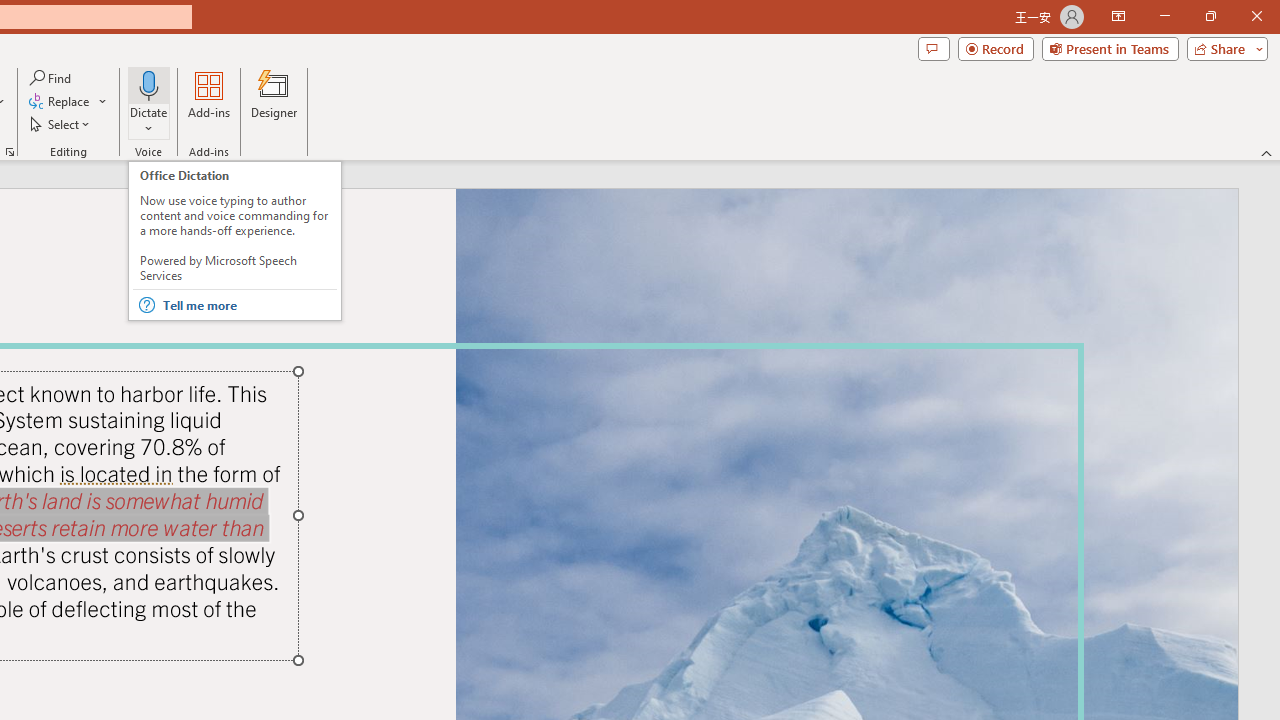  I want to click on 'Tell me more', so click(247, 305).